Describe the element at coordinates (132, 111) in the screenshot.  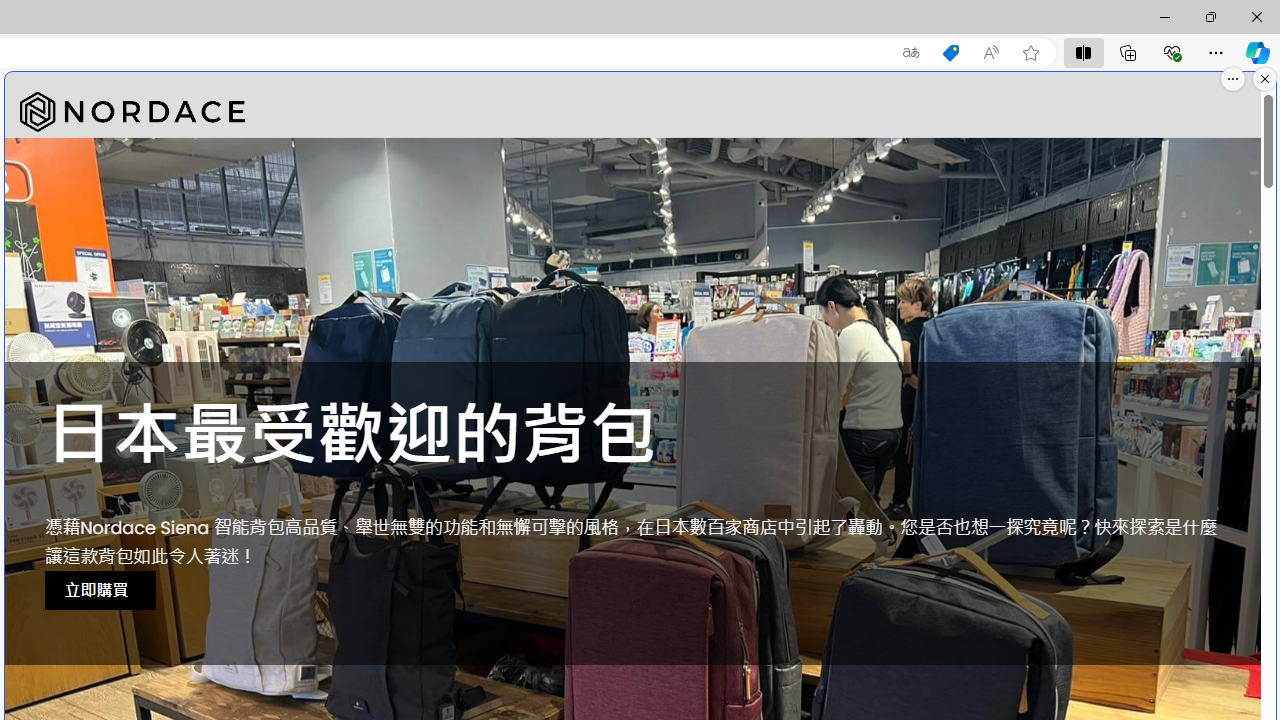
I see `'Nordace'` at that location.